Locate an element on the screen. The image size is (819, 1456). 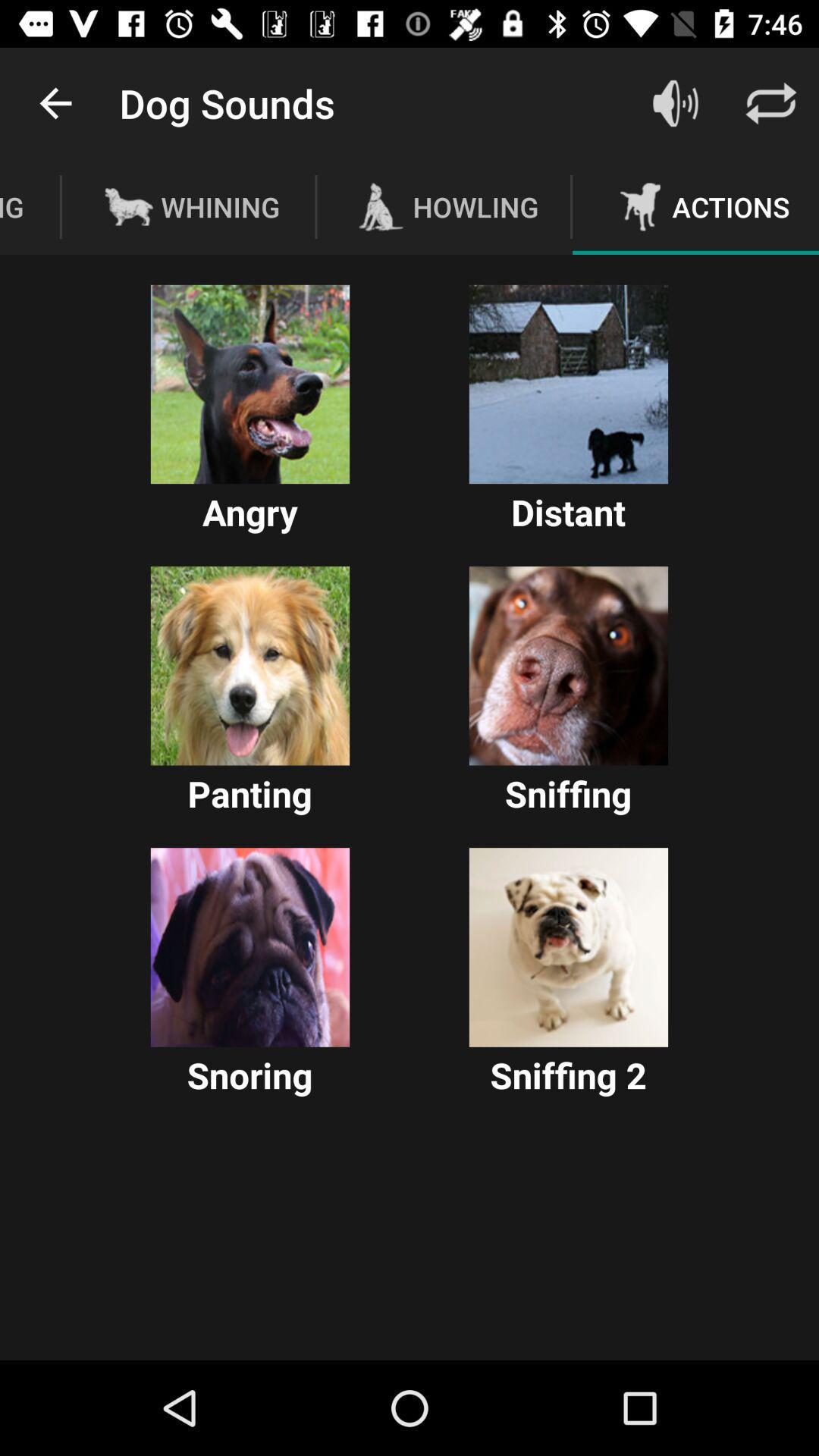
snoring dog sound is located at coordinates (249, 946).